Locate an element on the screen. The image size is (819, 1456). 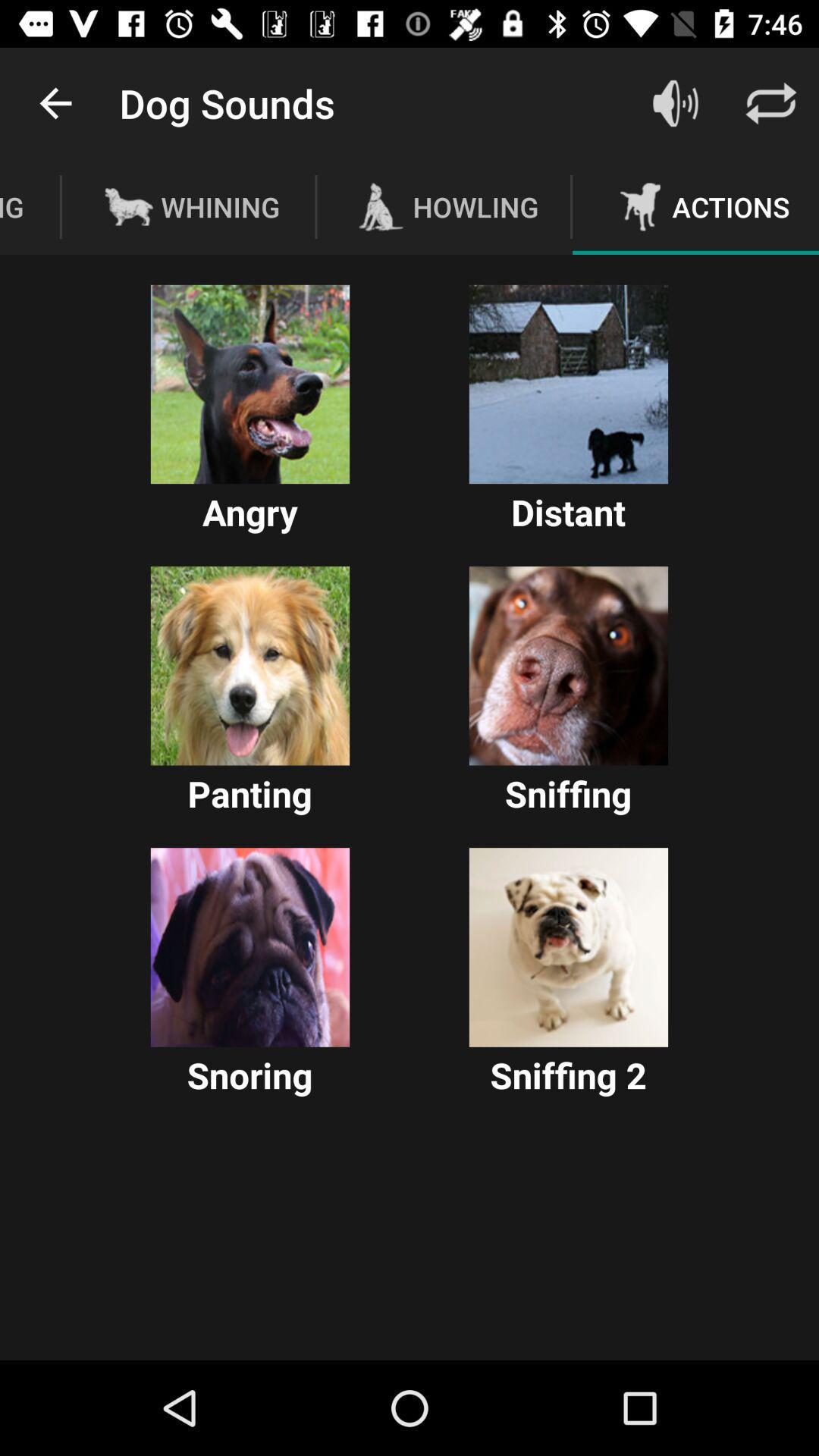
snoring dog sound is located at coordinates (249, 946).